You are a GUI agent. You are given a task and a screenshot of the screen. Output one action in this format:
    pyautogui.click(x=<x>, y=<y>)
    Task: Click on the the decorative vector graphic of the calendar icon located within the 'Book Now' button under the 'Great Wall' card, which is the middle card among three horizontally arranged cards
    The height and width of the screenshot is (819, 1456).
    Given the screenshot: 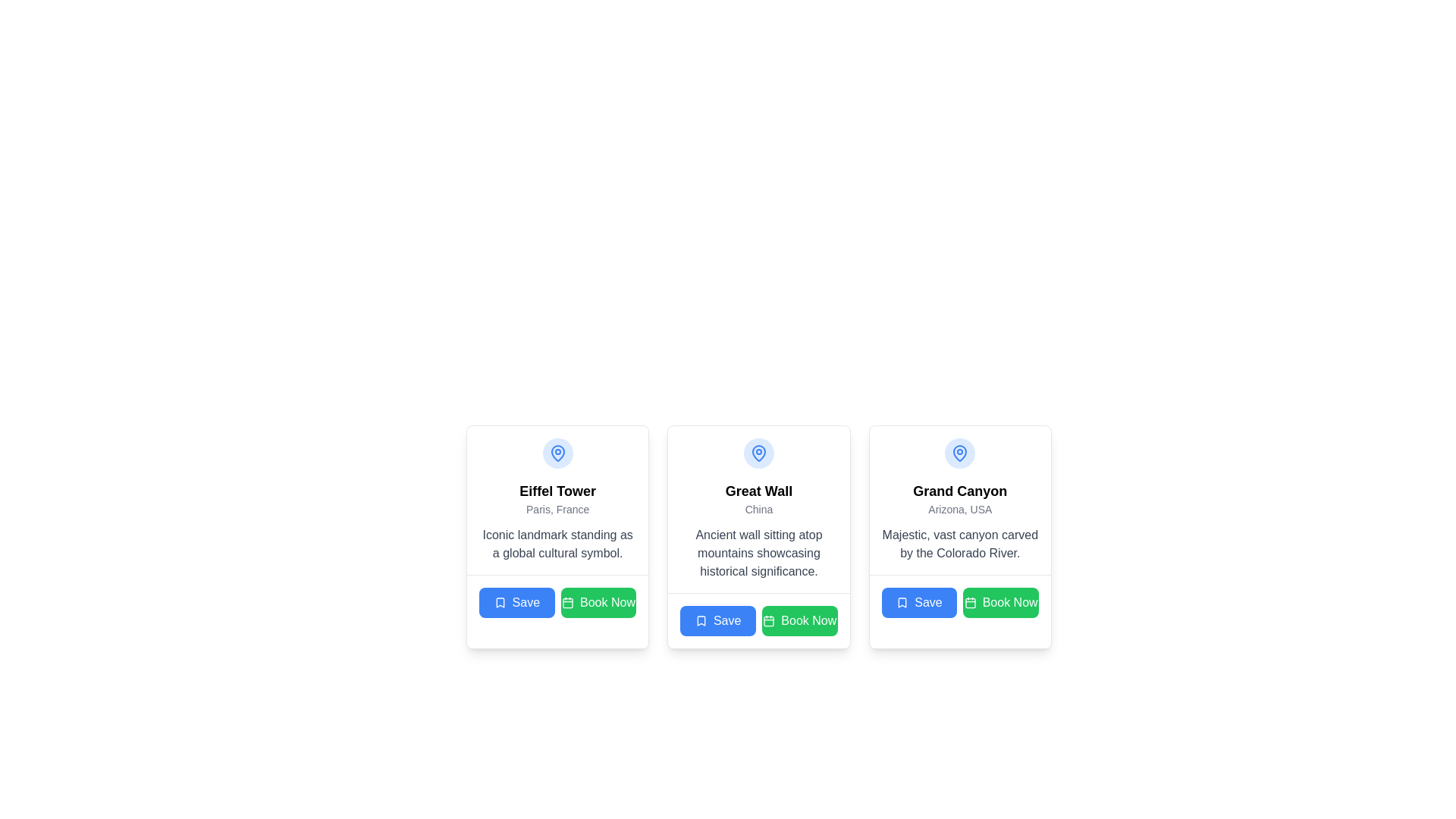 What is the action you would take?
    pyautogui.click(x=769, y=621)
    